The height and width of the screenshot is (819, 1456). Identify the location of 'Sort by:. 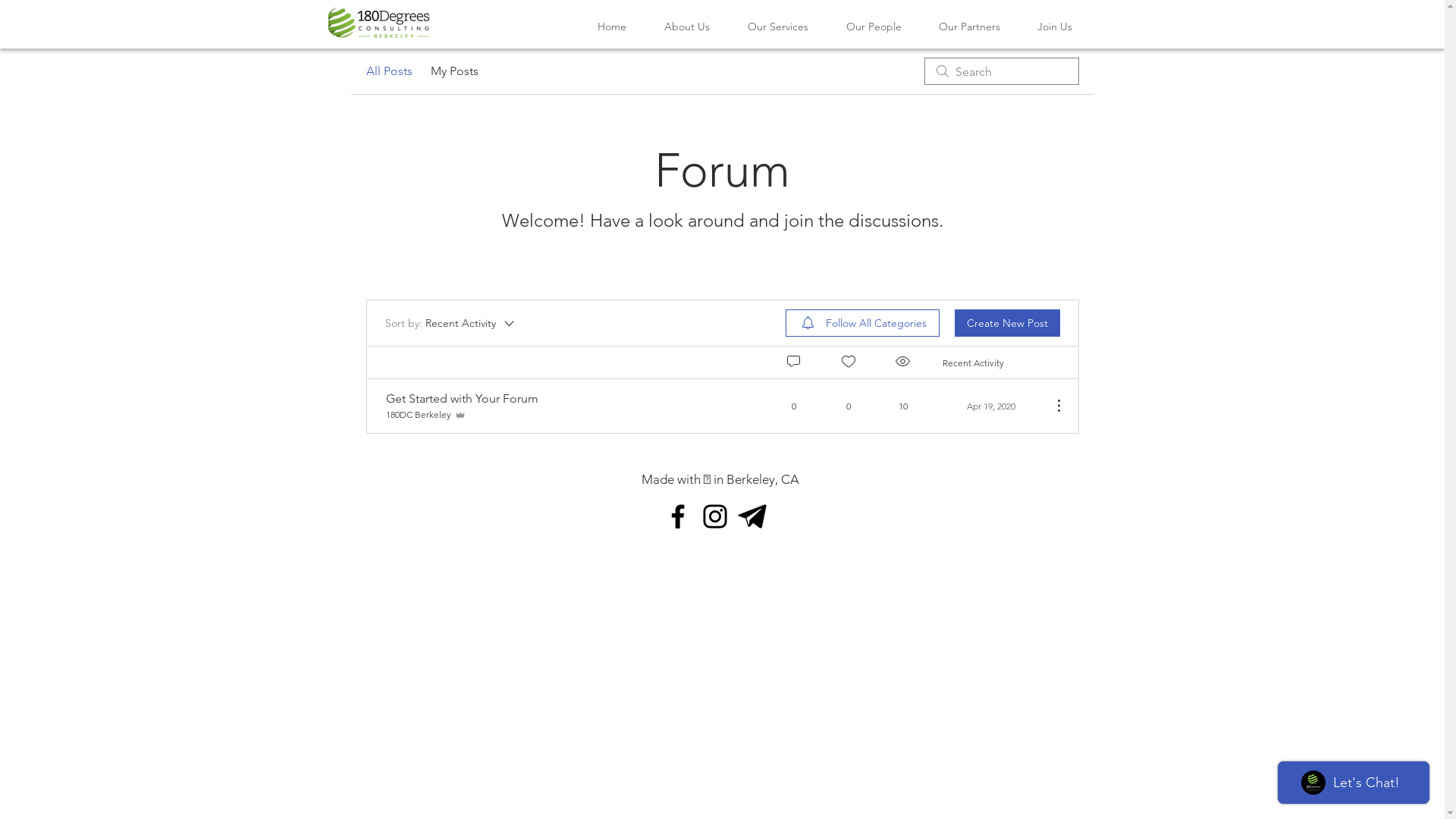
(450, 322).